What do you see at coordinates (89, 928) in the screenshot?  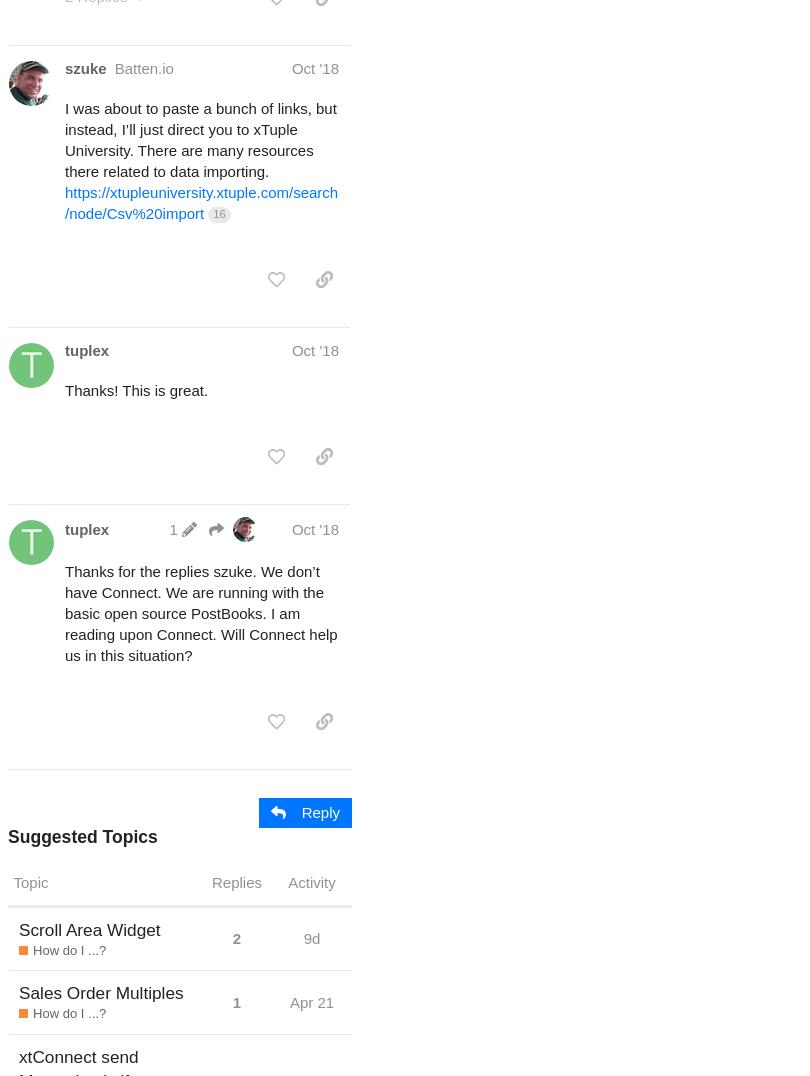 I see `'Scroll Area Widget'` at bounding box center [89, 928].